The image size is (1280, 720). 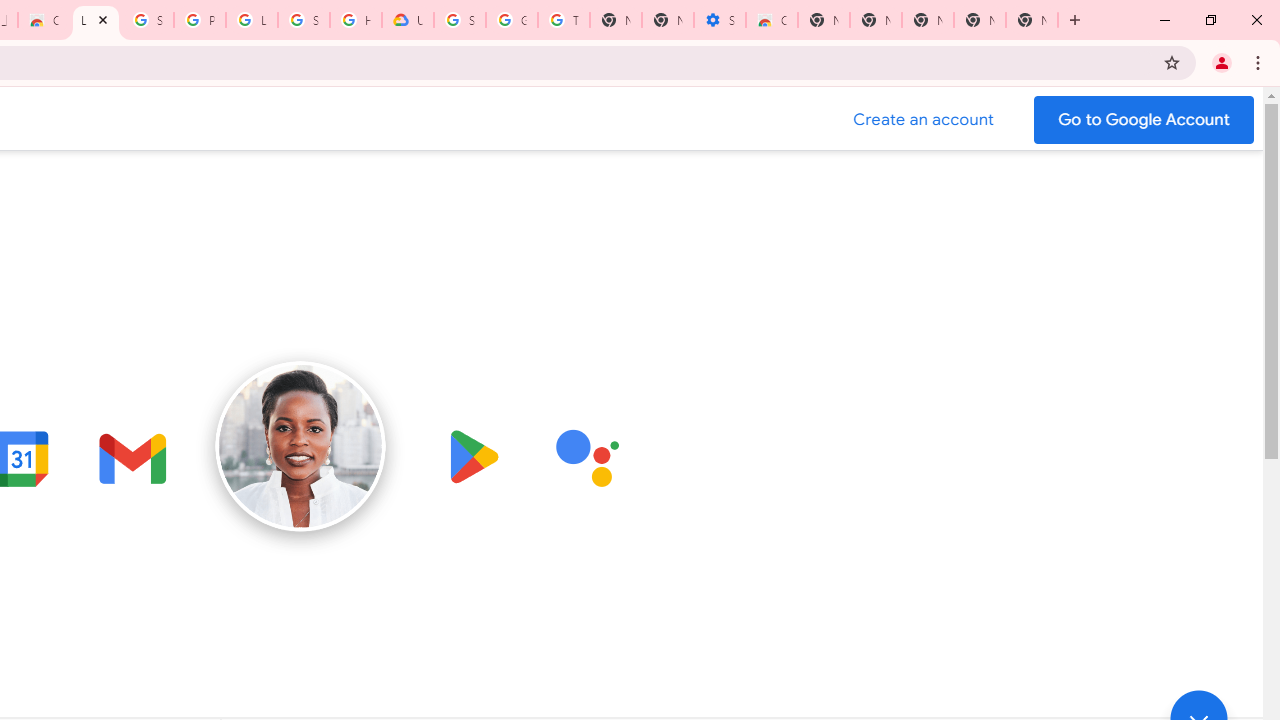 What do you see at coordinates (1032, 20) in the screenshot?
I see `'New Tab'` at bounding box center [1032, 20].